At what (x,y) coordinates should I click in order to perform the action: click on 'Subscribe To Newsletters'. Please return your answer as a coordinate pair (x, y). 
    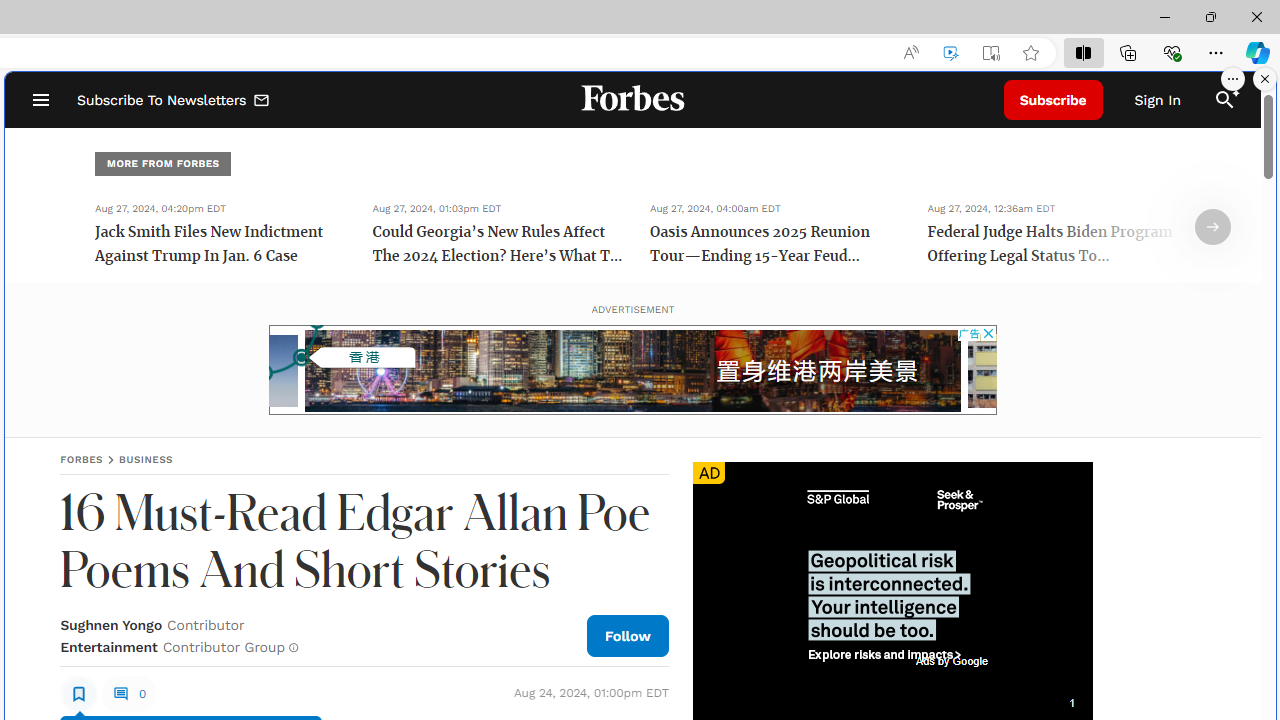
    Looking at the image, I should click on (174, 100).